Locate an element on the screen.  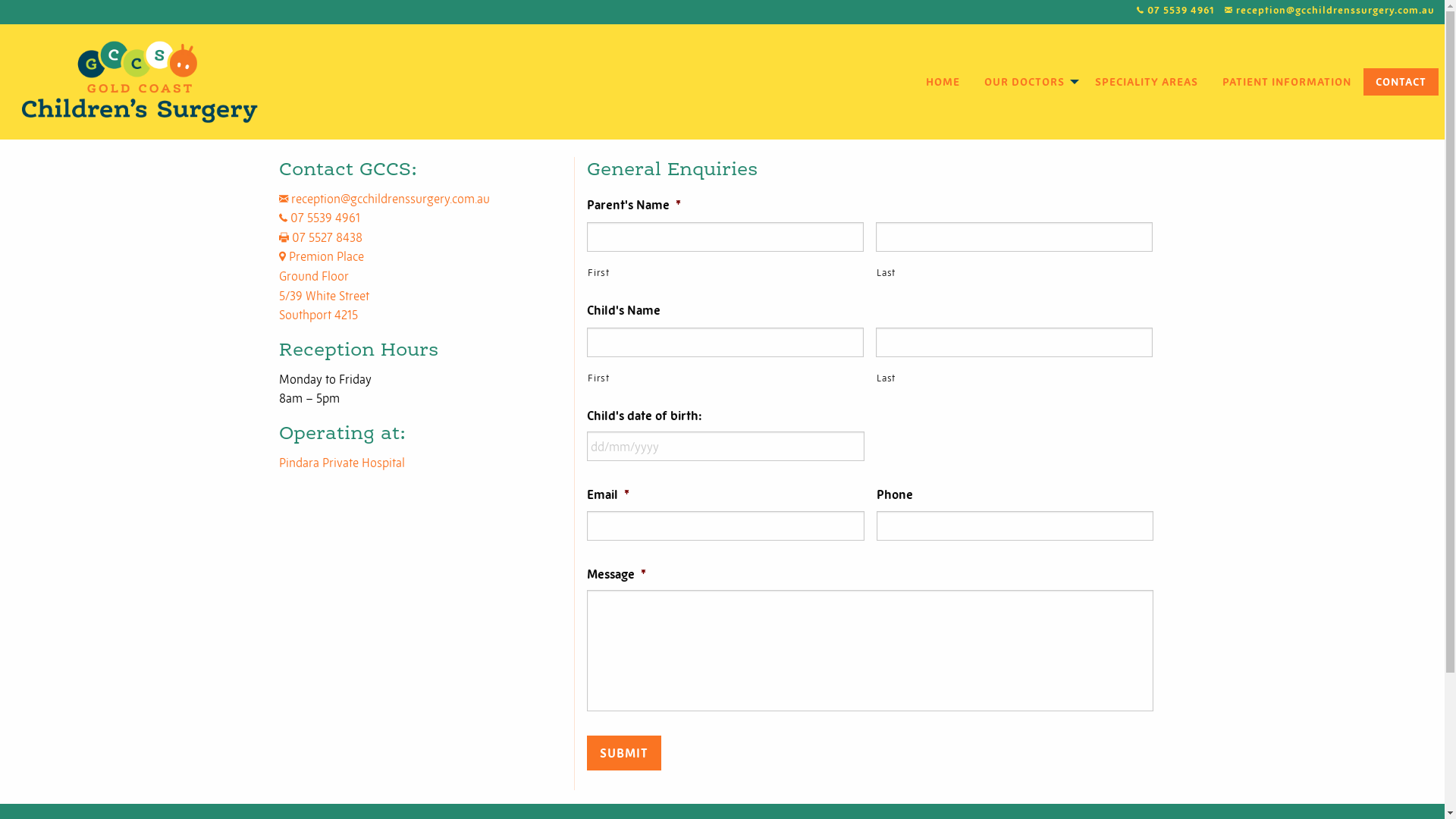
'SPECIALITY AREAS' is located at coordinates (1082, 82).